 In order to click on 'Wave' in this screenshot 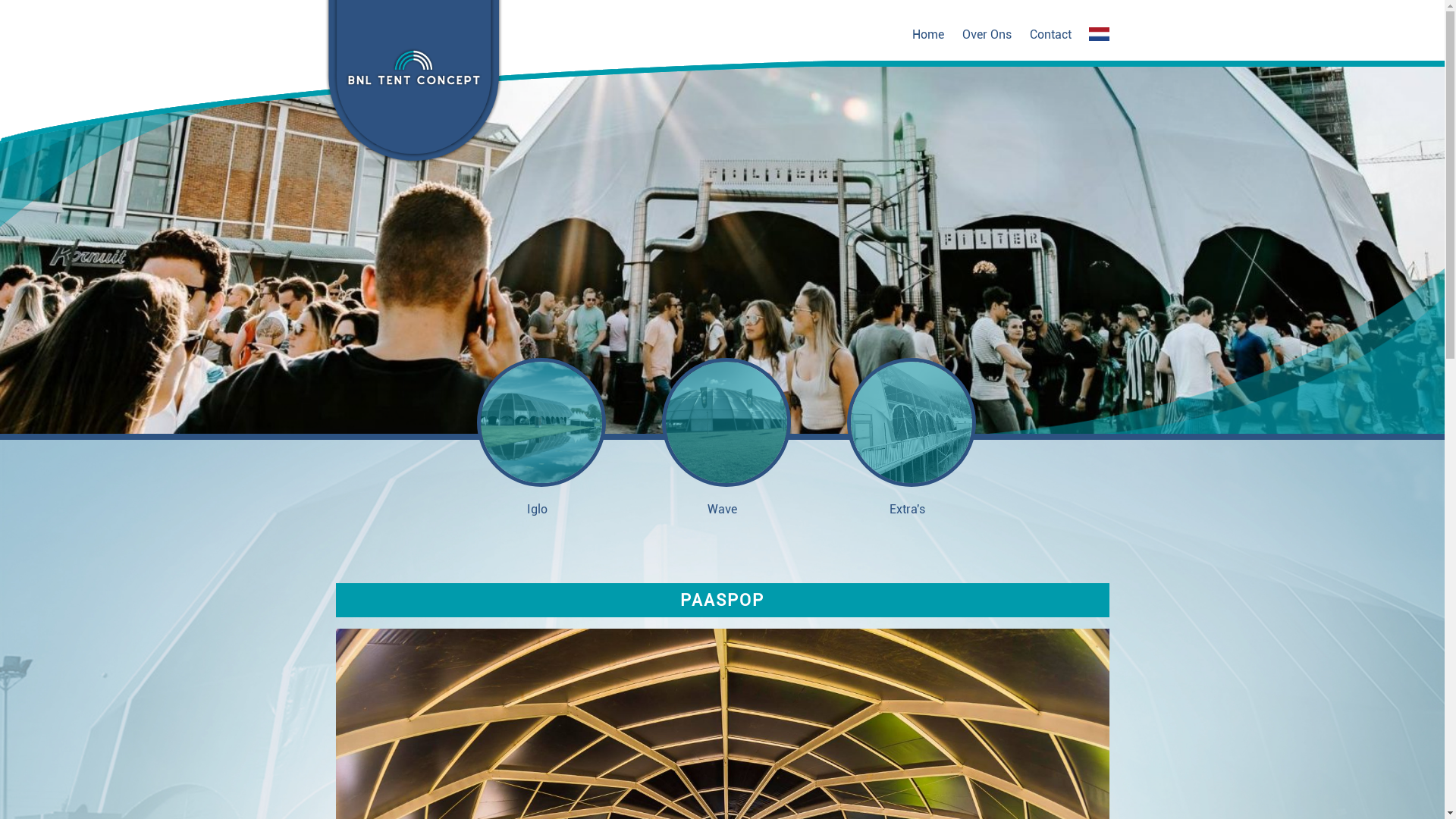, I will do `click(720, 437)`.